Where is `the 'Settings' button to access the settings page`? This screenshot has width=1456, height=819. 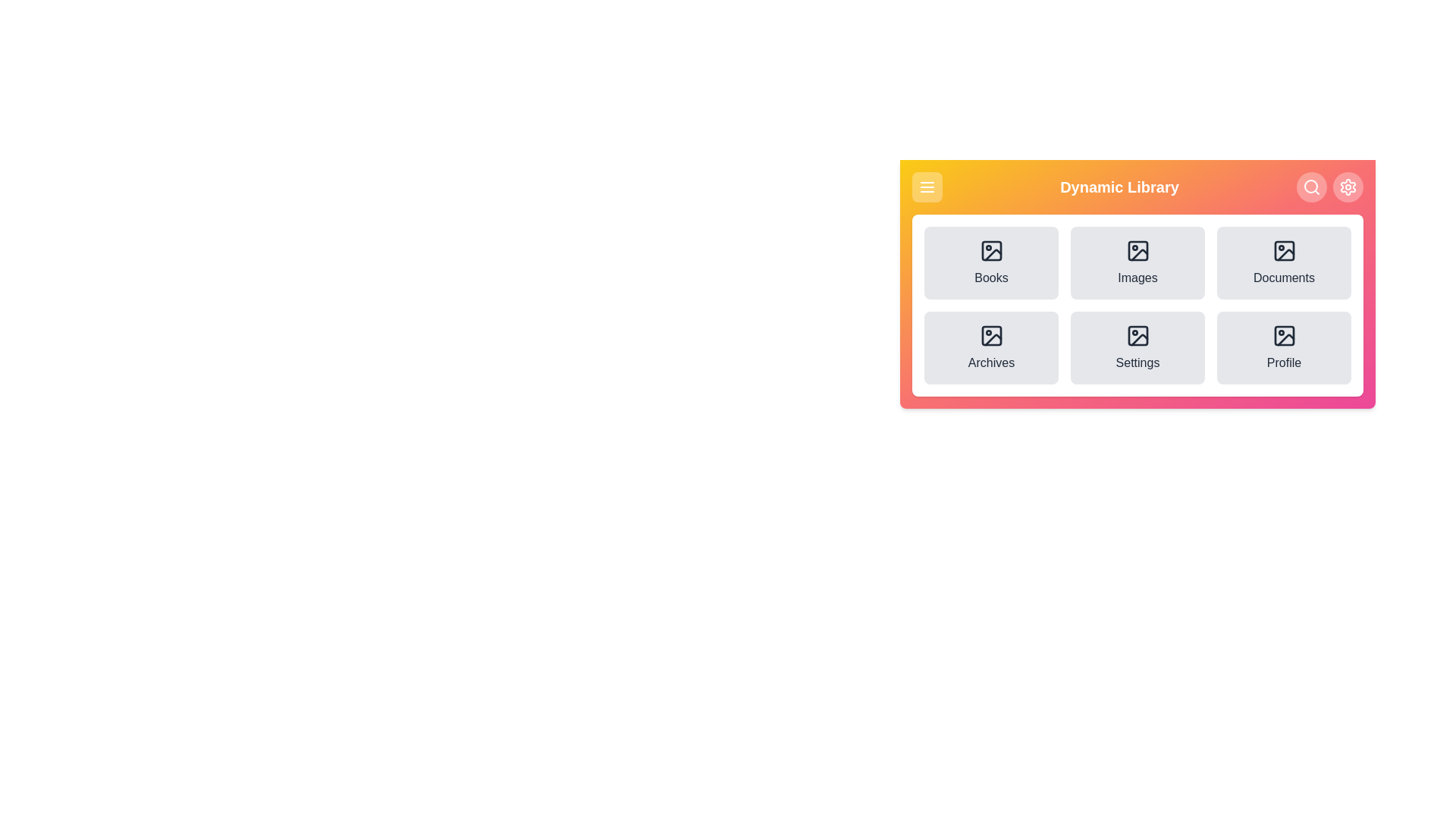 the 'Settings' button to access the settings page is located at coordinates (1137, 348).